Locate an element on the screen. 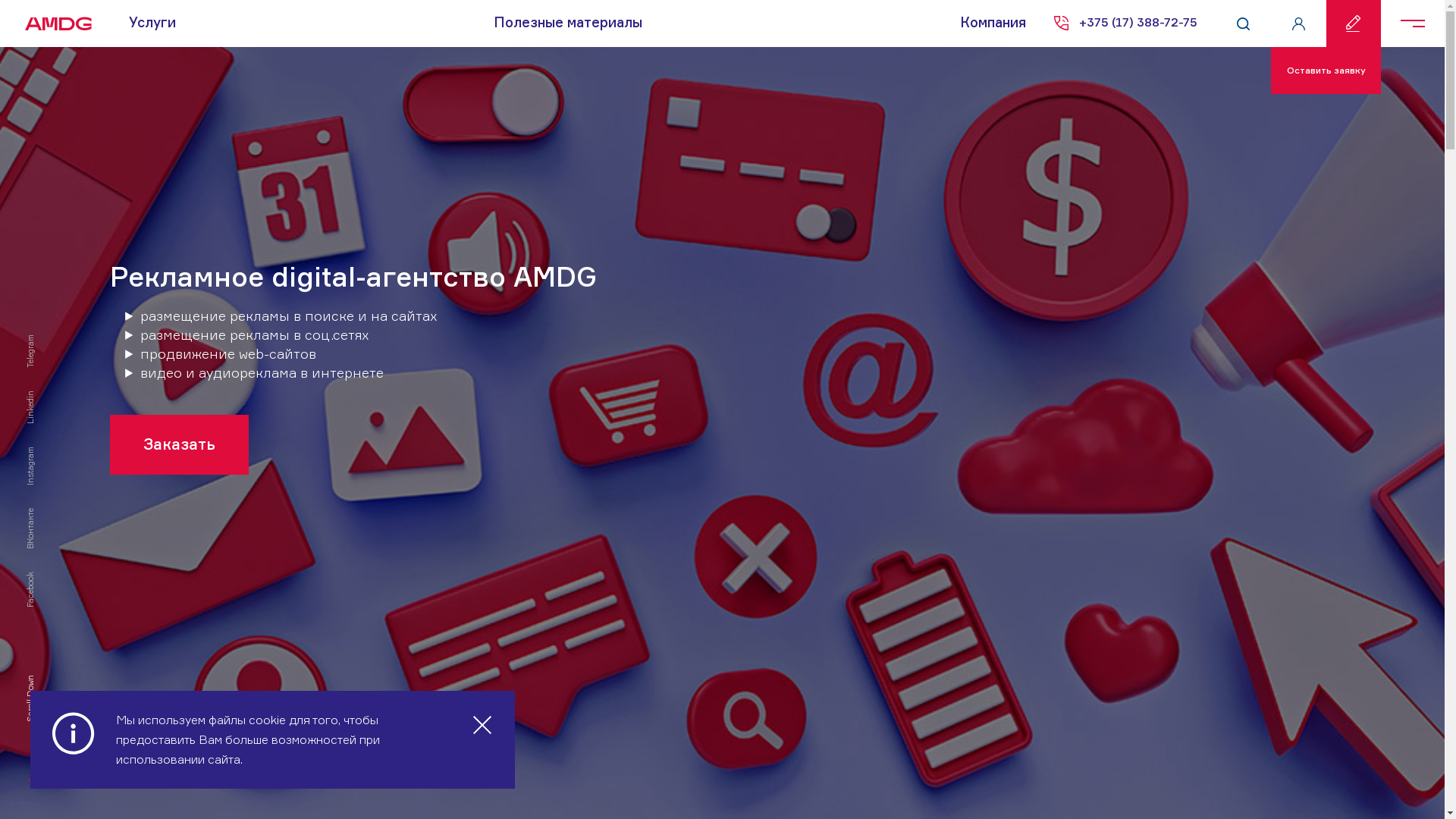 The width and height of the screenshot is (1456, 819). 'AMDG' is located at coordinates (53, 23).